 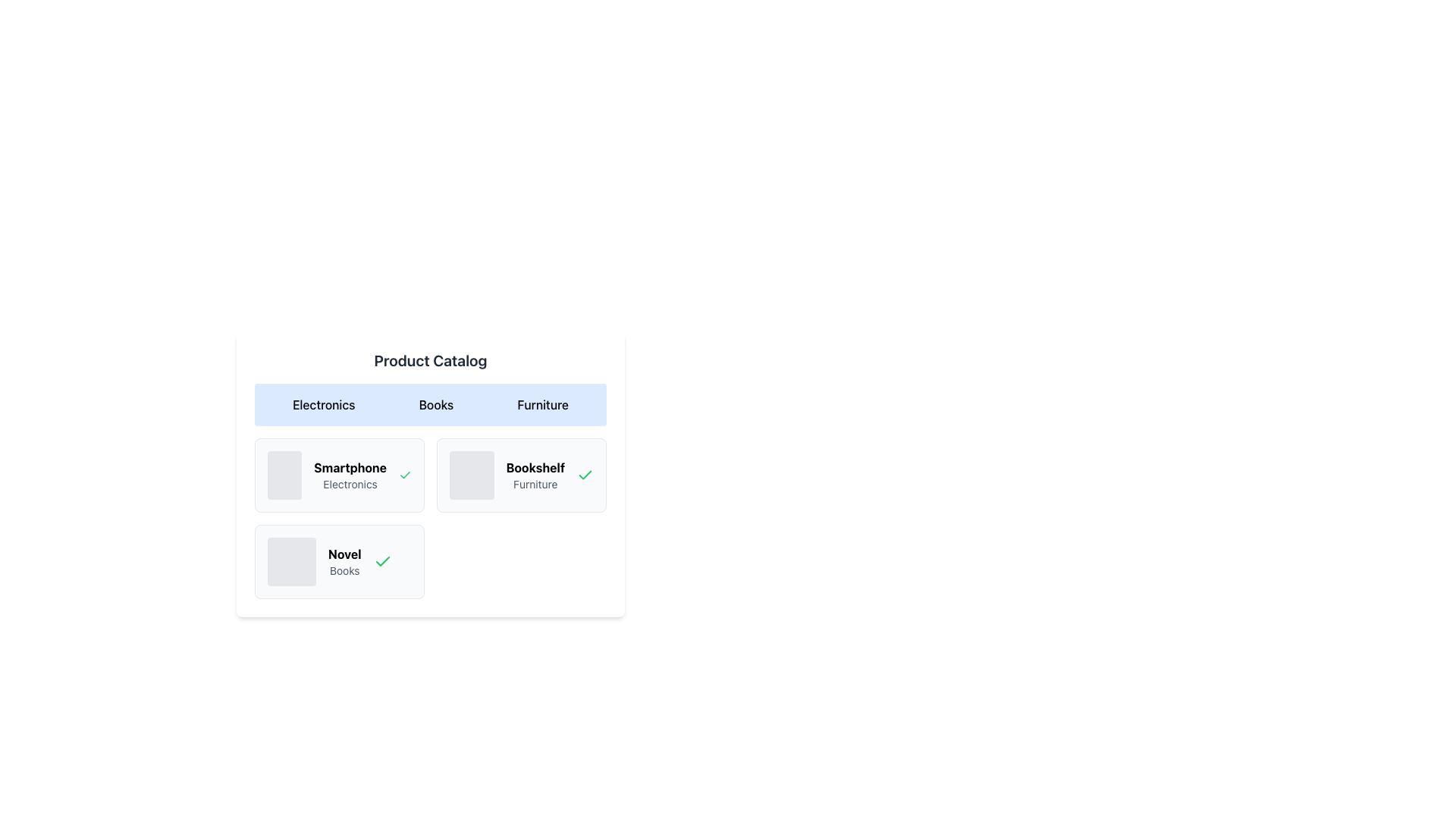 I want to click on the green checkmark icon located at the far-right edge of the 'Smartphone' card under the 'Electronics' category, so click(x=405, y=475).